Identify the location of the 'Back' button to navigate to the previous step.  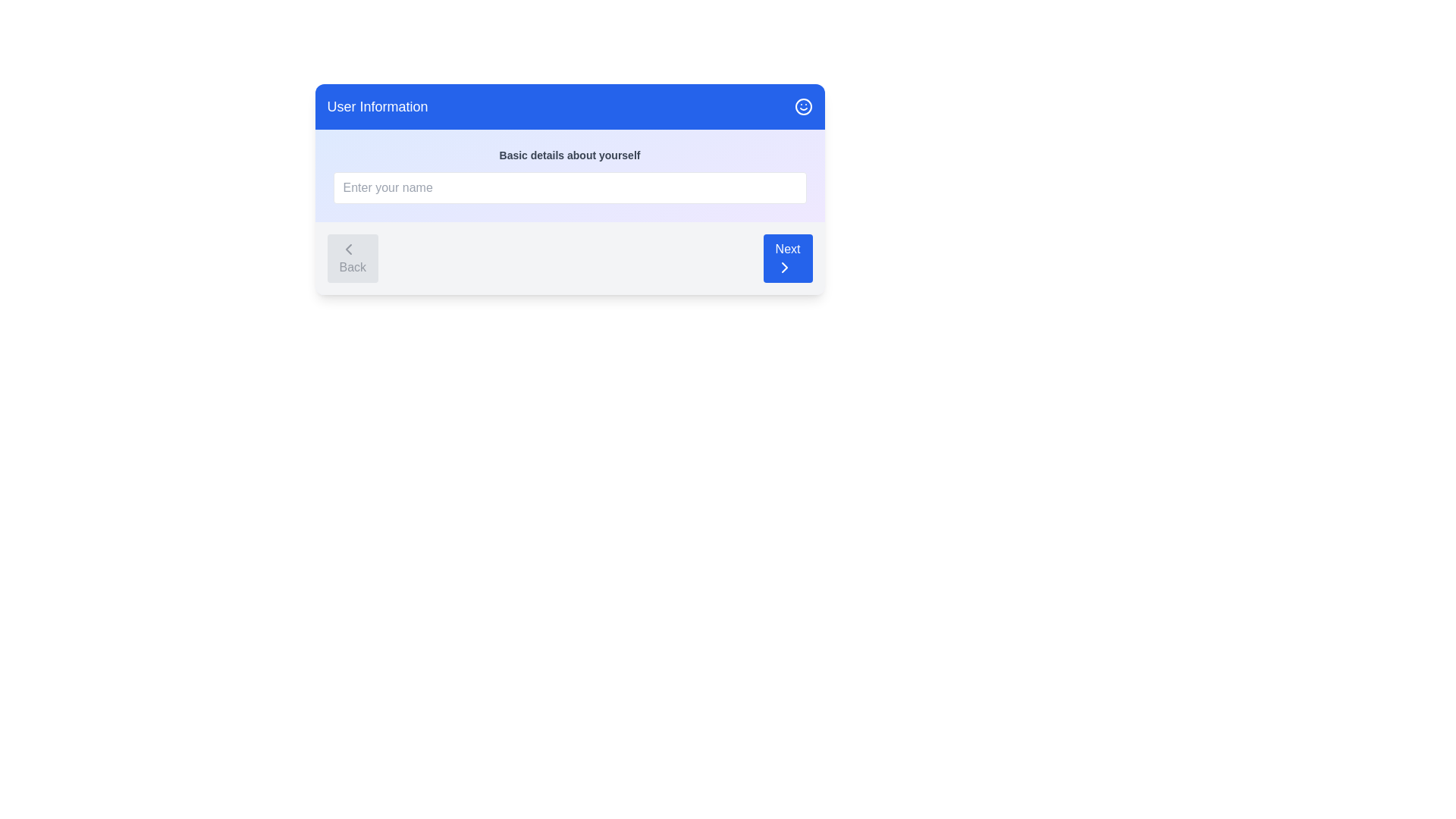
(352, 257).